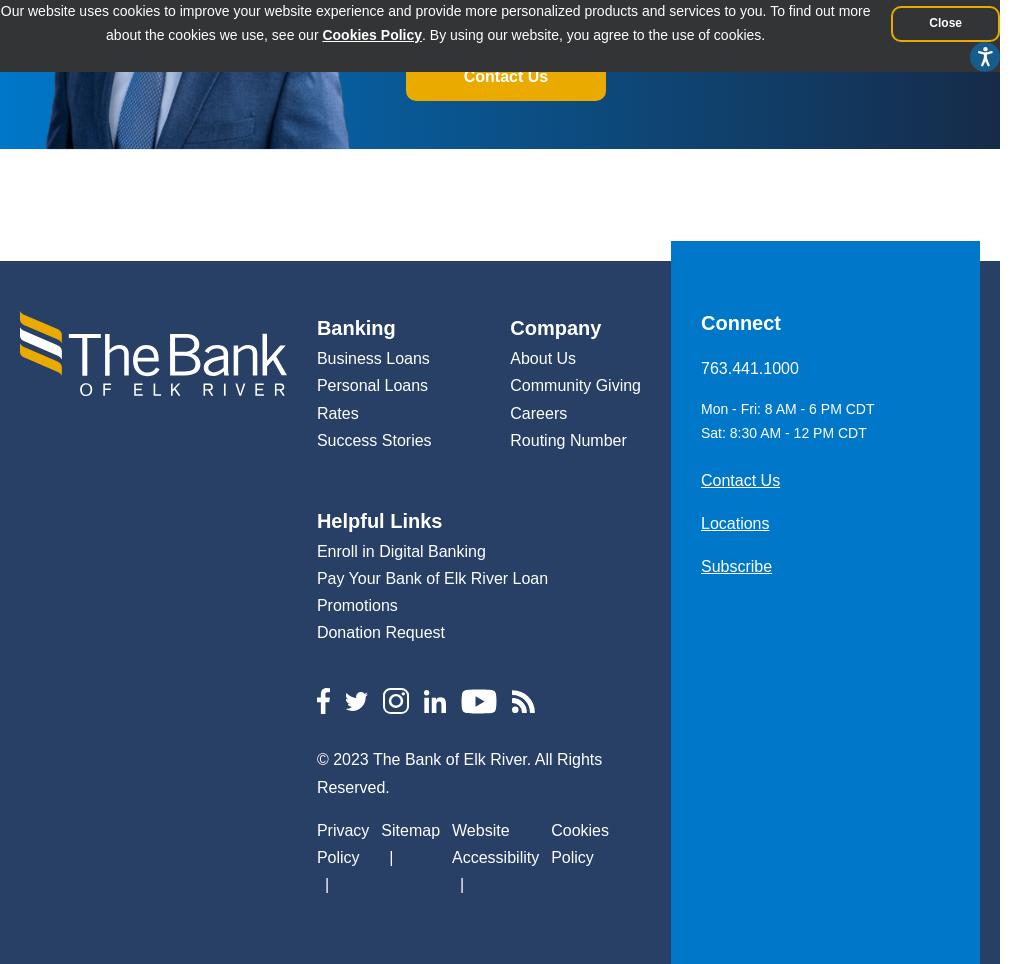  I want to click on 'Rates', so click(337, 411).